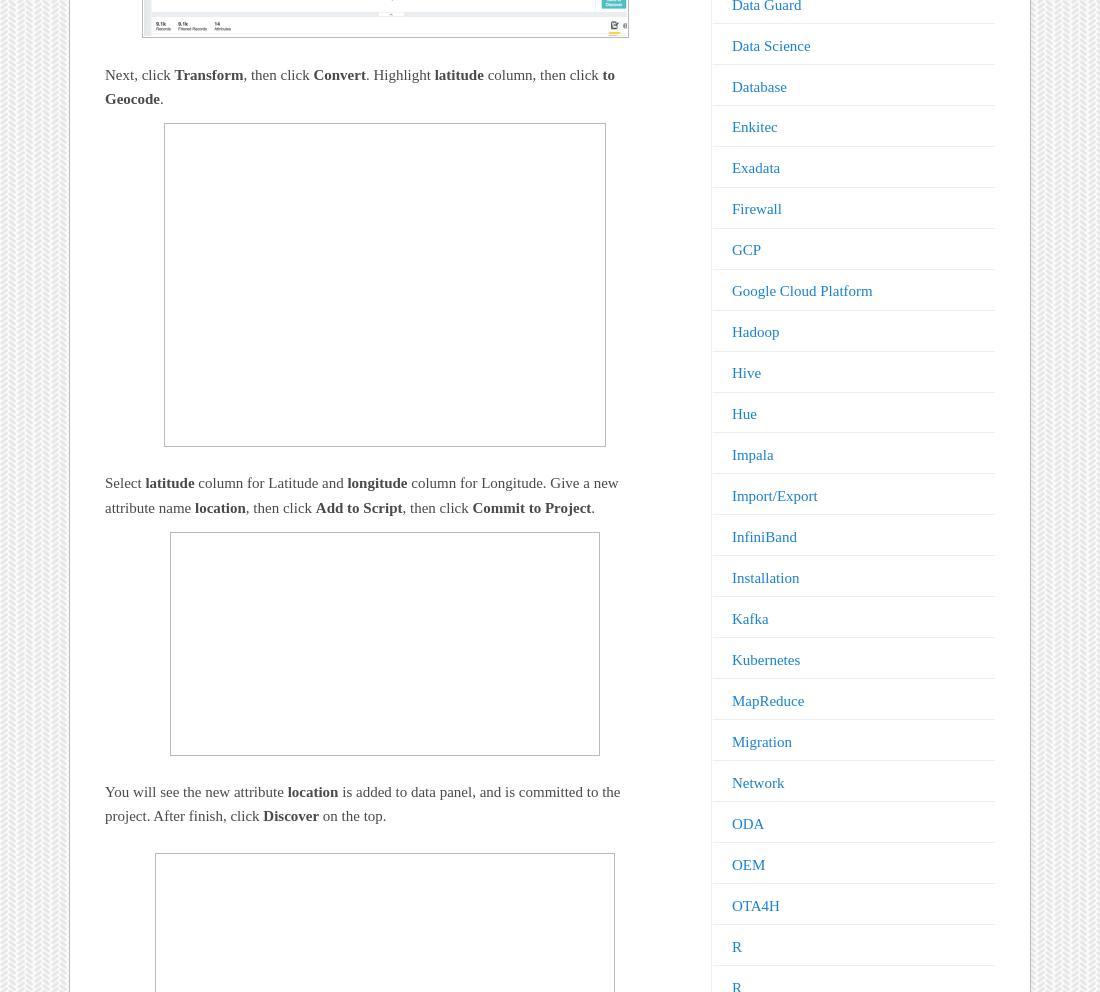  Describe the element at coordinates (362, 804) in the screenshot. I see `'is added to data panel, and is committed to the project. After finish, click'` at that location.